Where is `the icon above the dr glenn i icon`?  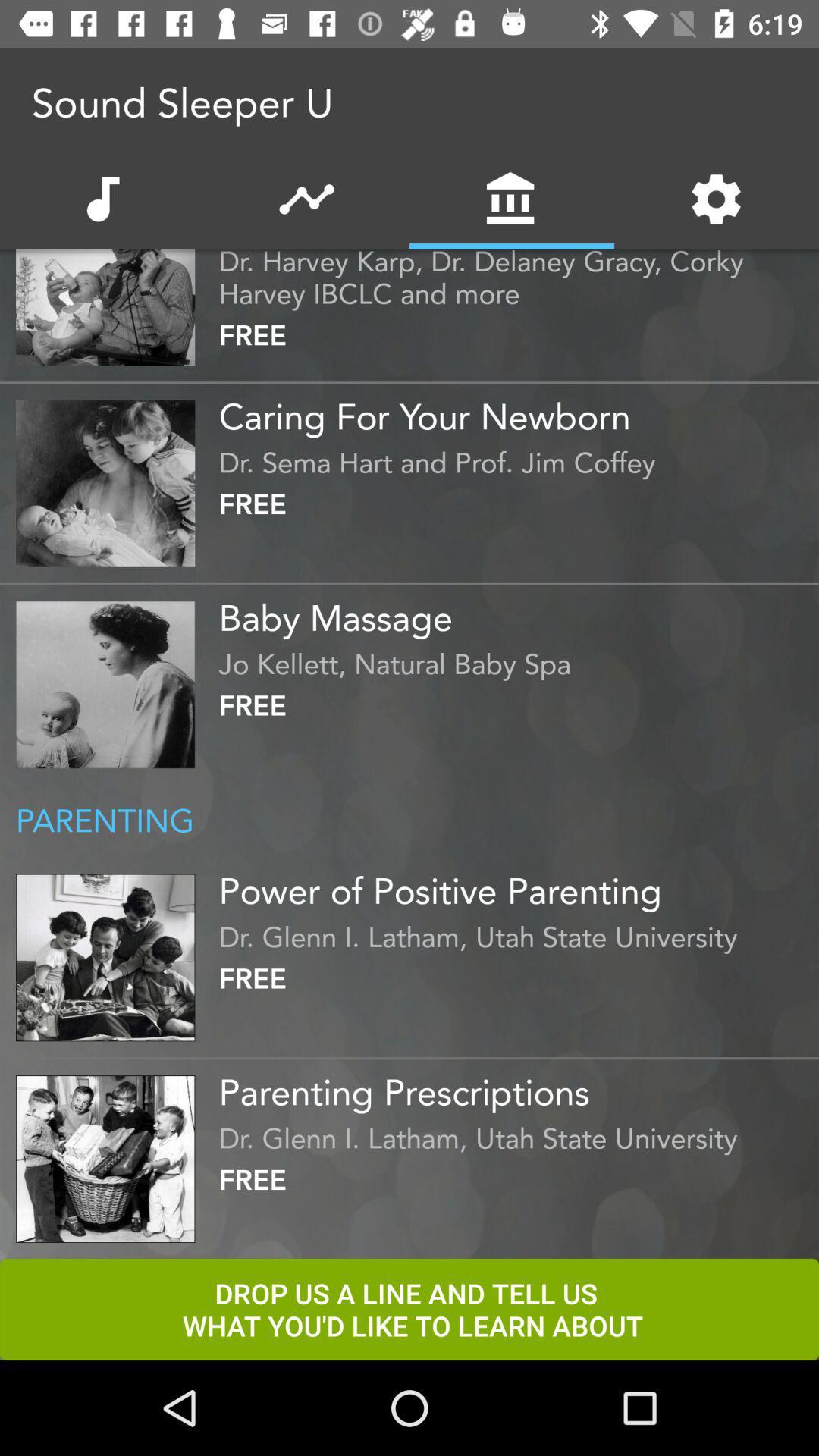 the icon above the dr glenn i icon is located at coordinates (514, 885).